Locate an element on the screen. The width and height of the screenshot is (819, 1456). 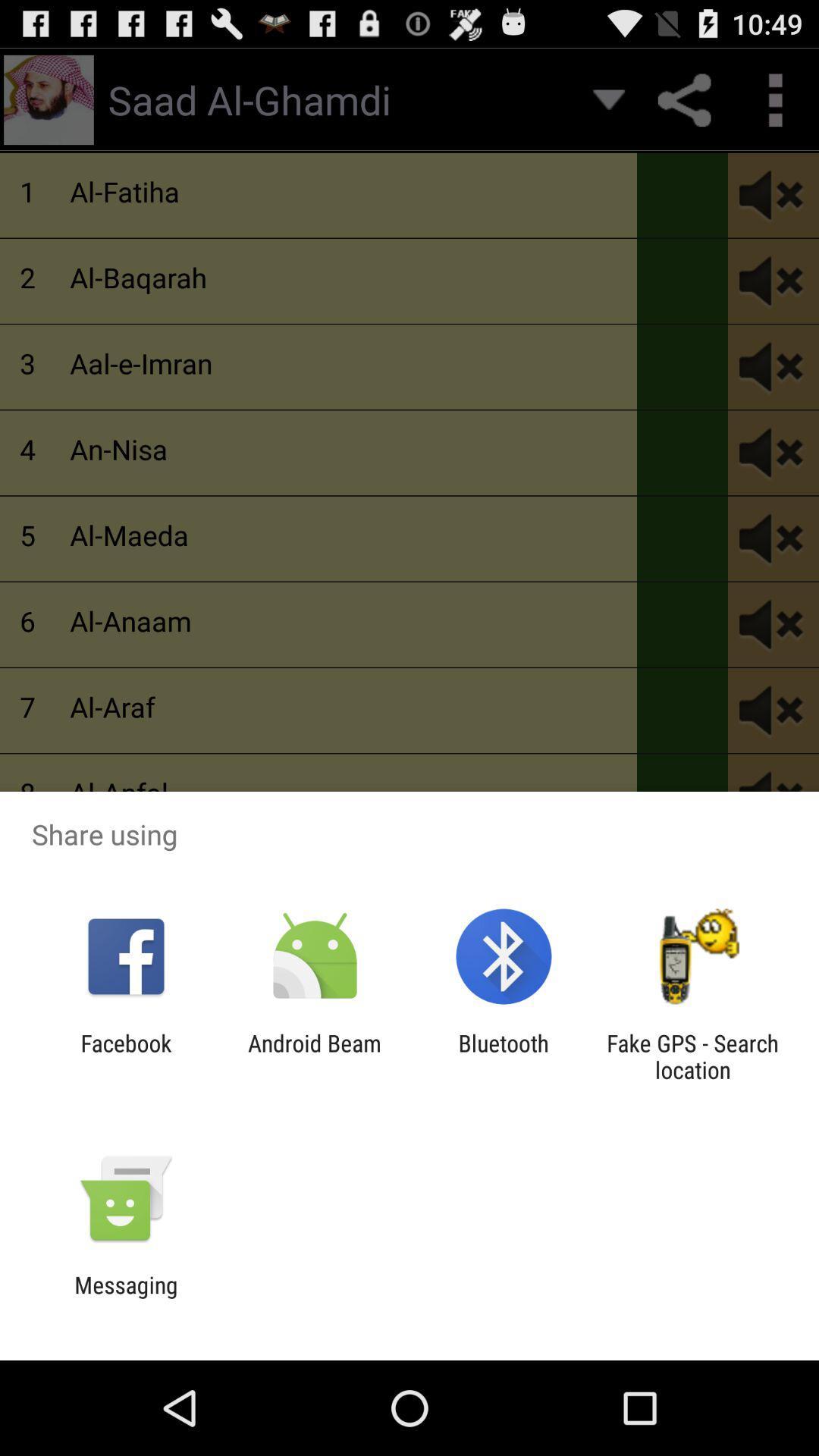
the item next to the fake gps search is located at coordinates (504, 1056).